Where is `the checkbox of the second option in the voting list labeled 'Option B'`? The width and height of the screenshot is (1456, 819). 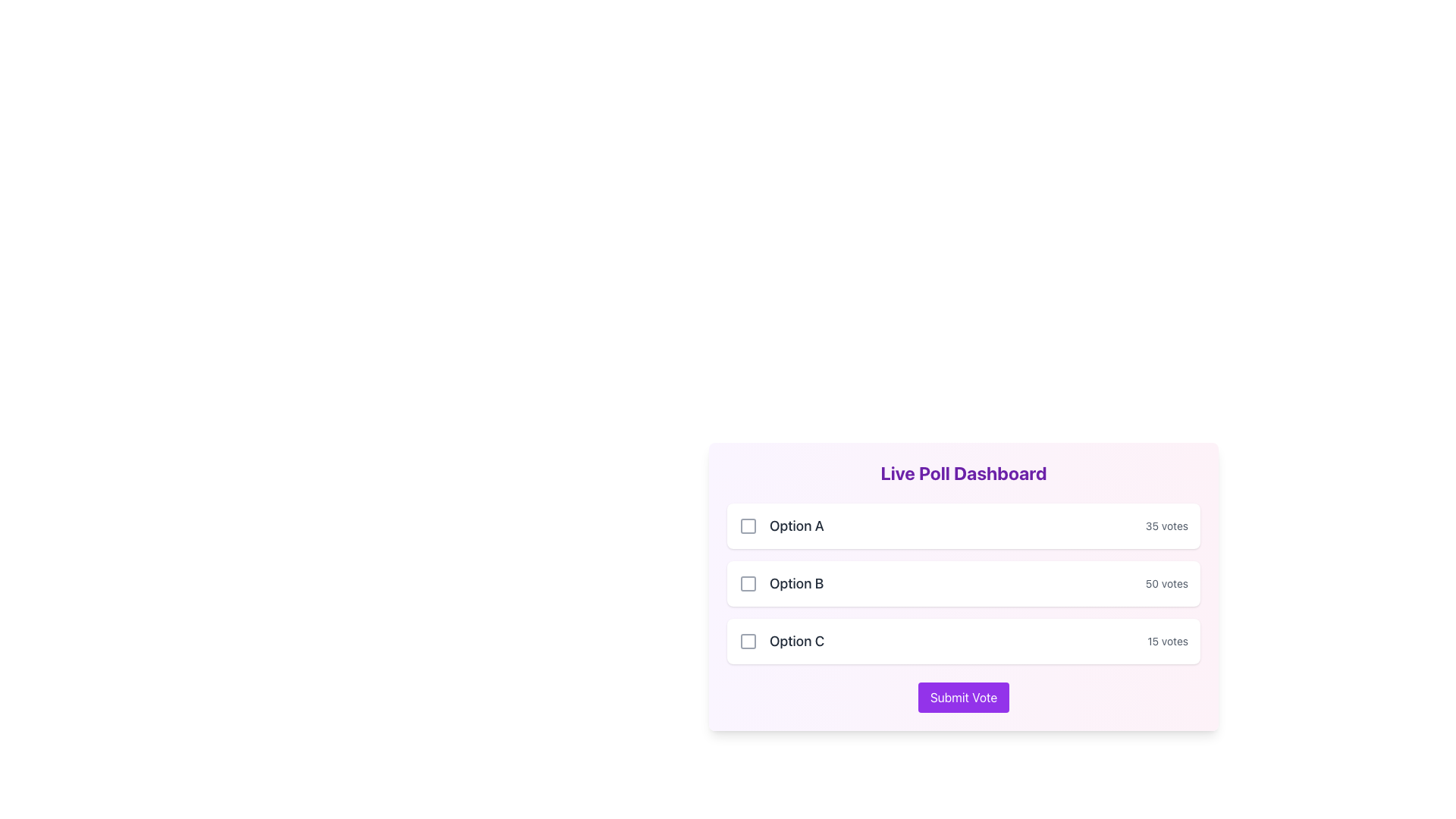
the checkbox of the second option in the voting list labeled 'Option B' is located at coordinates (963, 583).